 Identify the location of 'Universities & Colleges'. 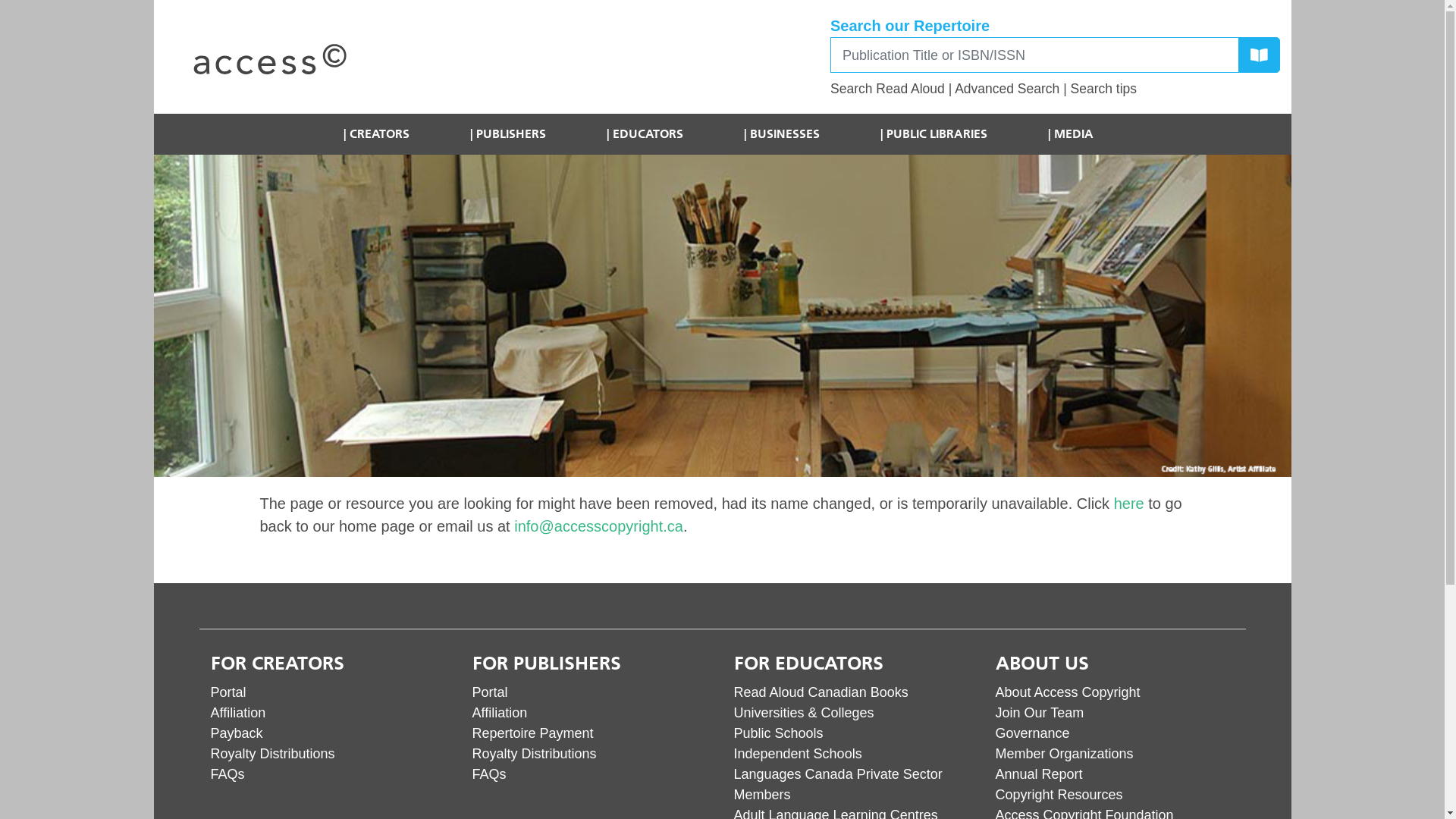
(803, 713).